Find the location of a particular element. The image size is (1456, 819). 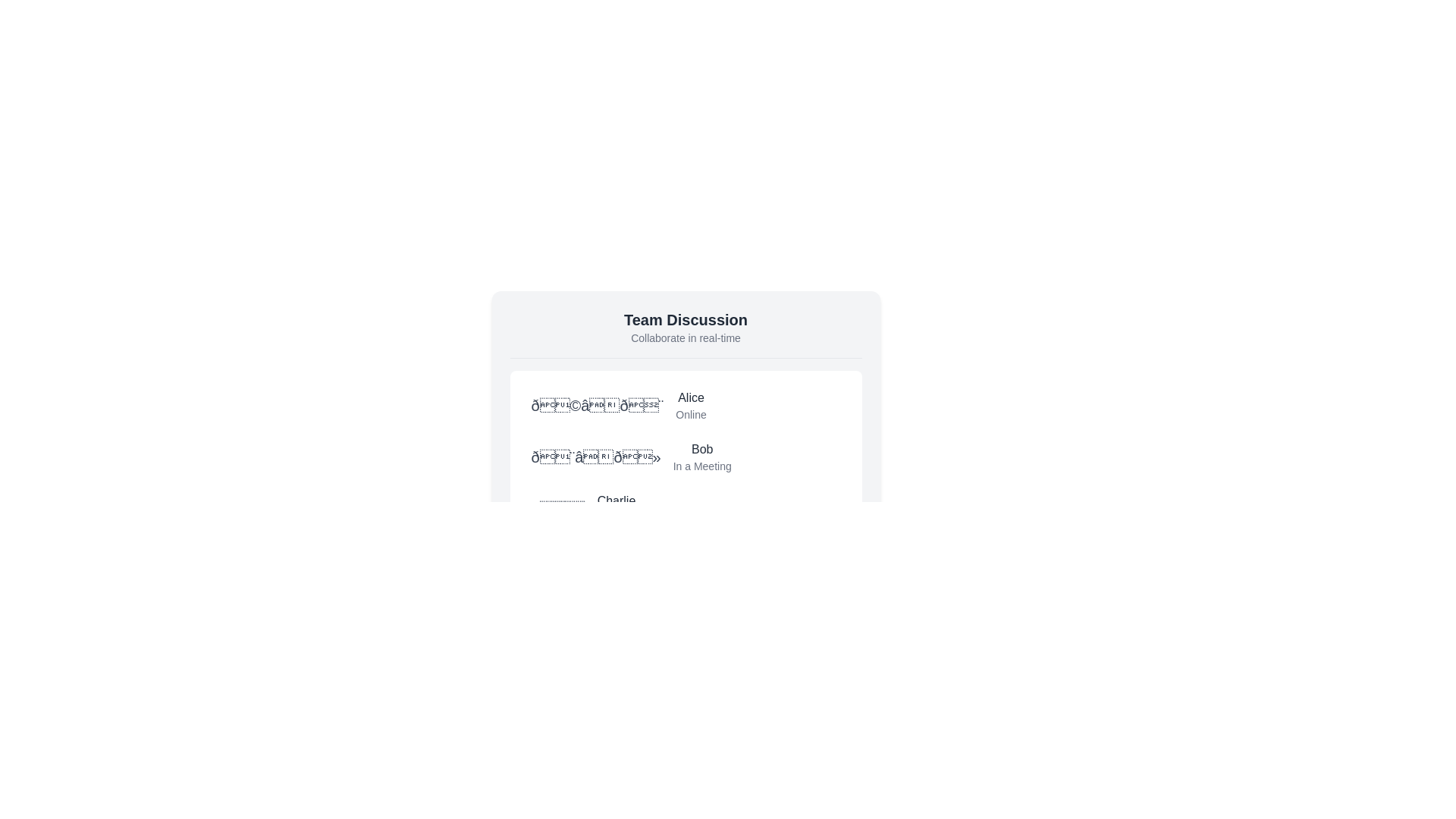

the first emoji element styled with text-gray-700 and text-xl, which is positioned before the text 'Bob' and 'In a Meeting' in the user items list is located at coordinates (595, 456).